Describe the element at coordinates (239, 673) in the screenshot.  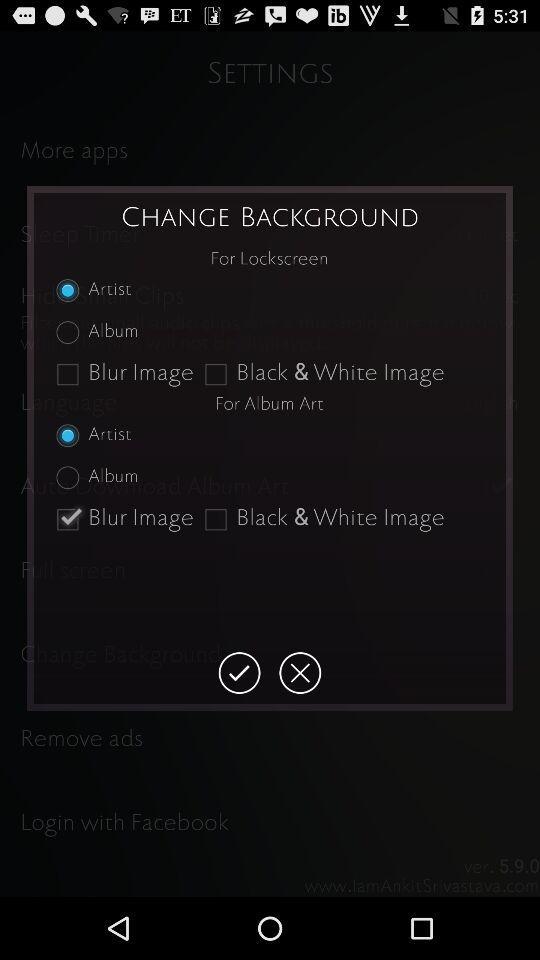
I see `accept` at that location.